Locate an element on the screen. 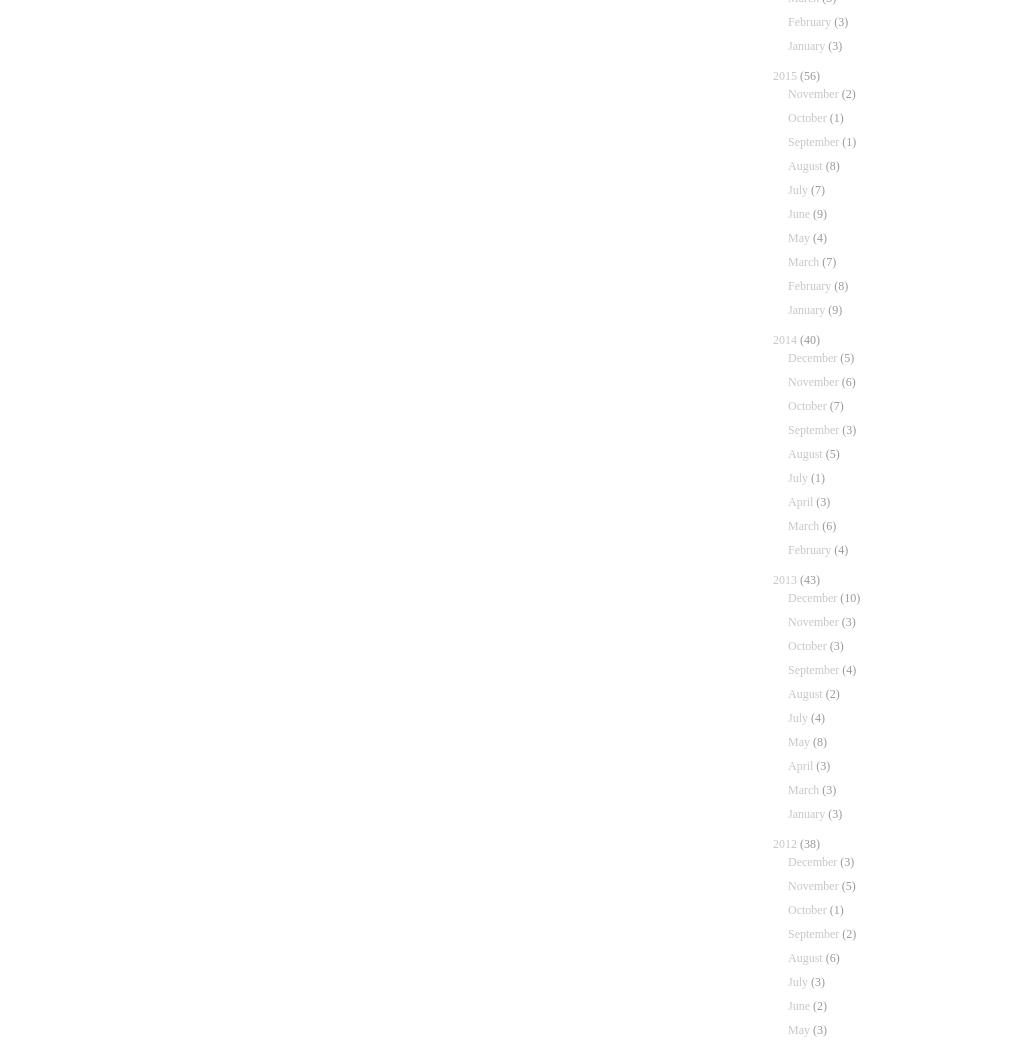 The height and width of the screenshot is (1042, 1028). '2012' is located at coordinates (772, 844).